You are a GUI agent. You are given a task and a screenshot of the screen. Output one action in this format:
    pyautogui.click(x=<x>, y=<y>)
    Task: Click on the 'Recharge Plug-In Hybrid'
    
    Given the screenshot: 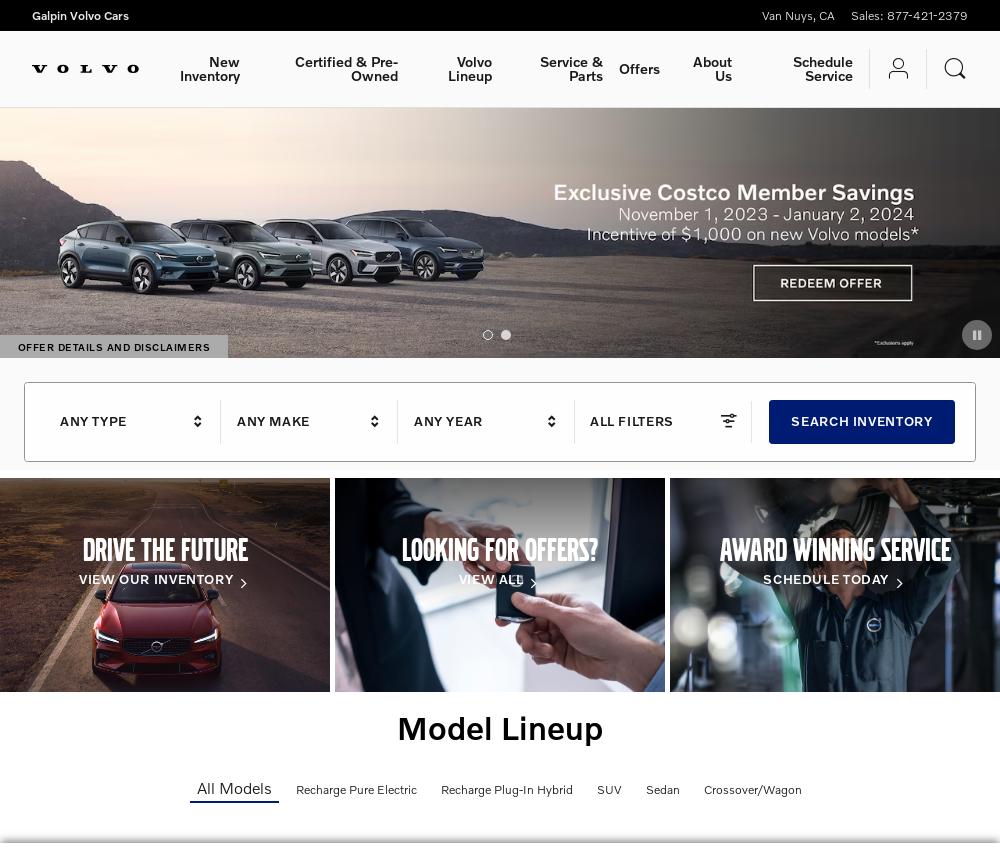 What is the action you would take?
    pyautogui.click(x=439, y=788)
    